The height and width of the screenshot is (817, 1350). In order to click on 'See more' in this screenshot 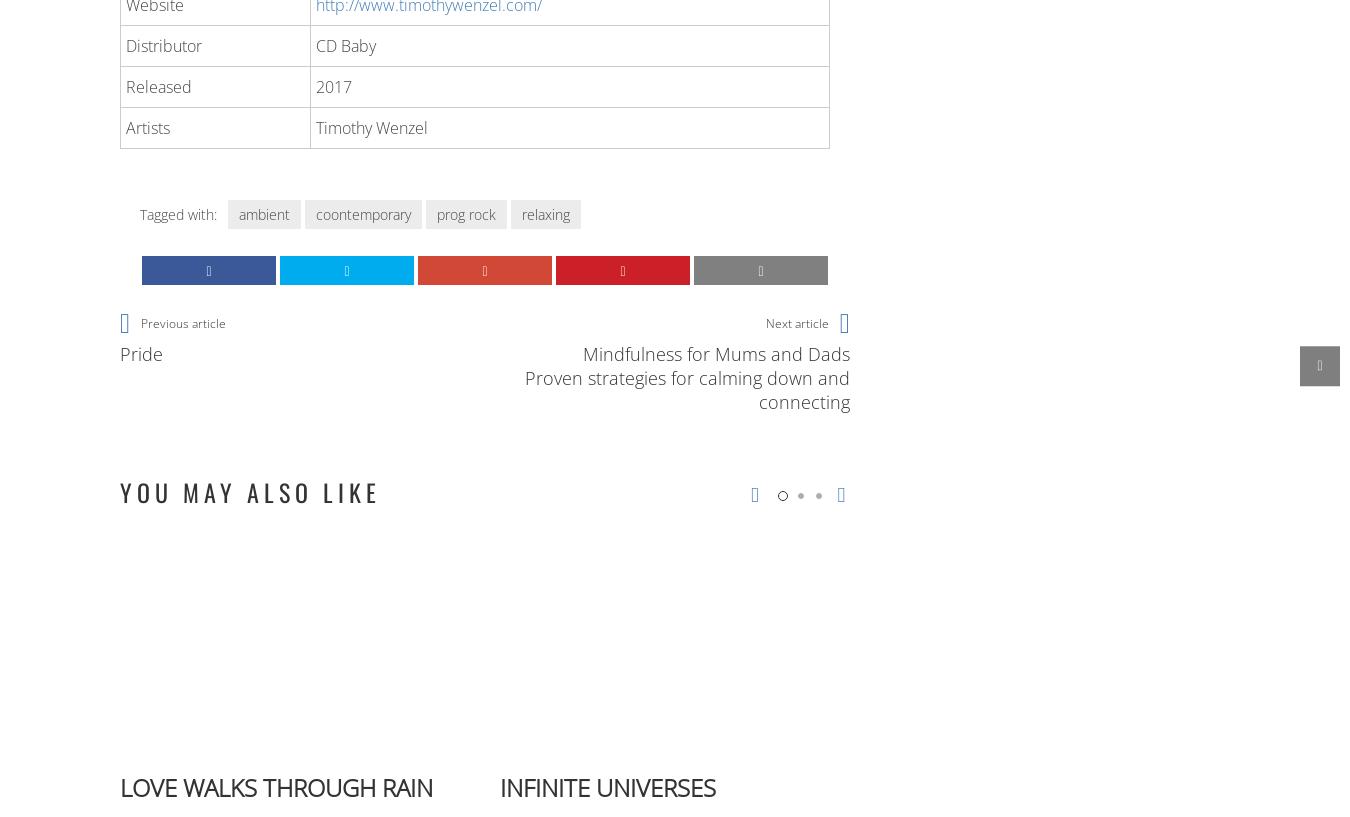, I will do `click(150, 325)`.